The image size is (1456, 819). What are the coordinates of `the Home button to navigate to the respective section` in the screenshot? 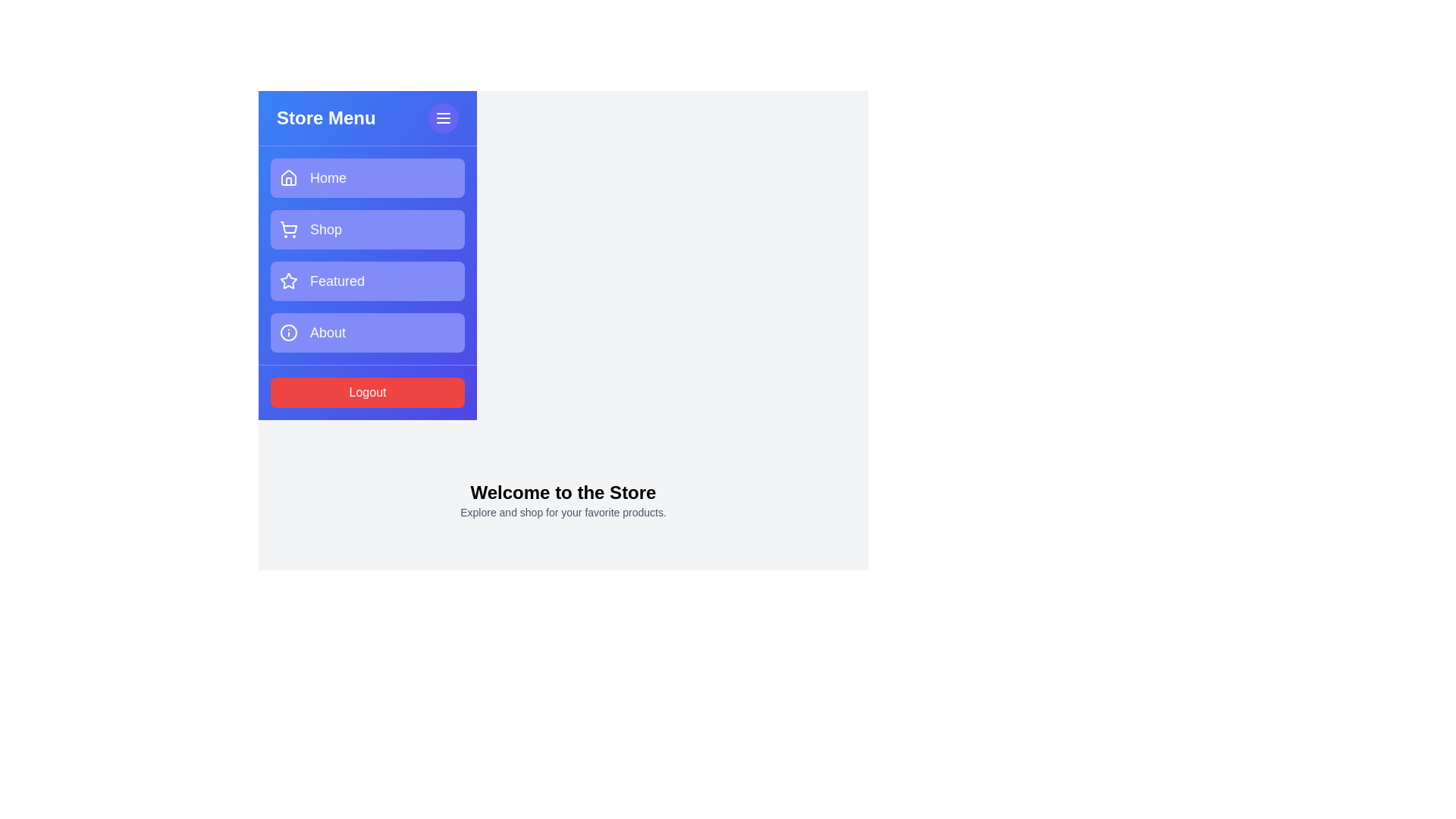 It's located at (367, 177).